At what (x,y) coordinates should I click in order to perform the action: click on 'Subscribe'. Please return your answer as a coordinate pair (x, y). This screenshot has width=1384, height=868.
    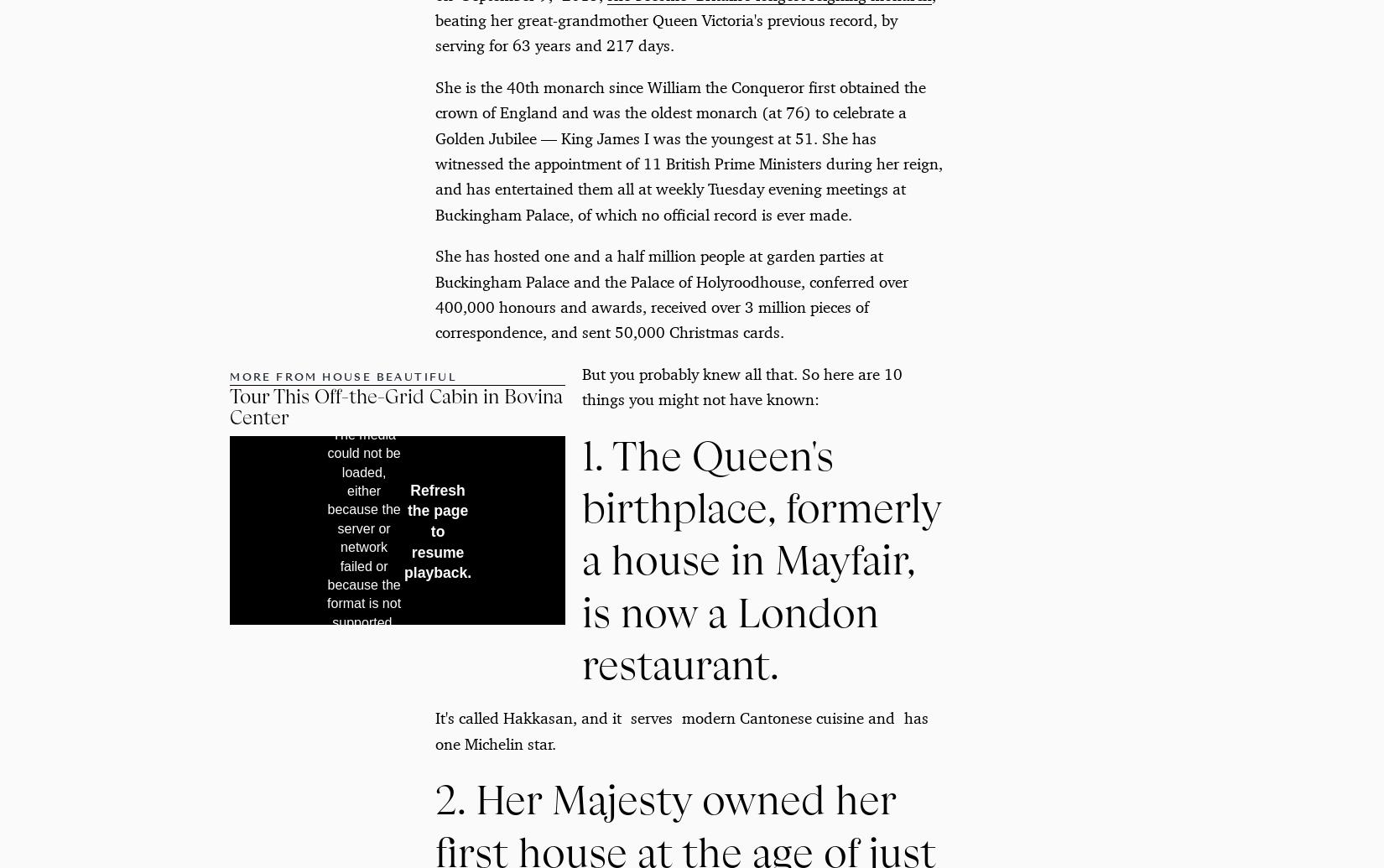
    Looking at the image, I should click on (250, 716).